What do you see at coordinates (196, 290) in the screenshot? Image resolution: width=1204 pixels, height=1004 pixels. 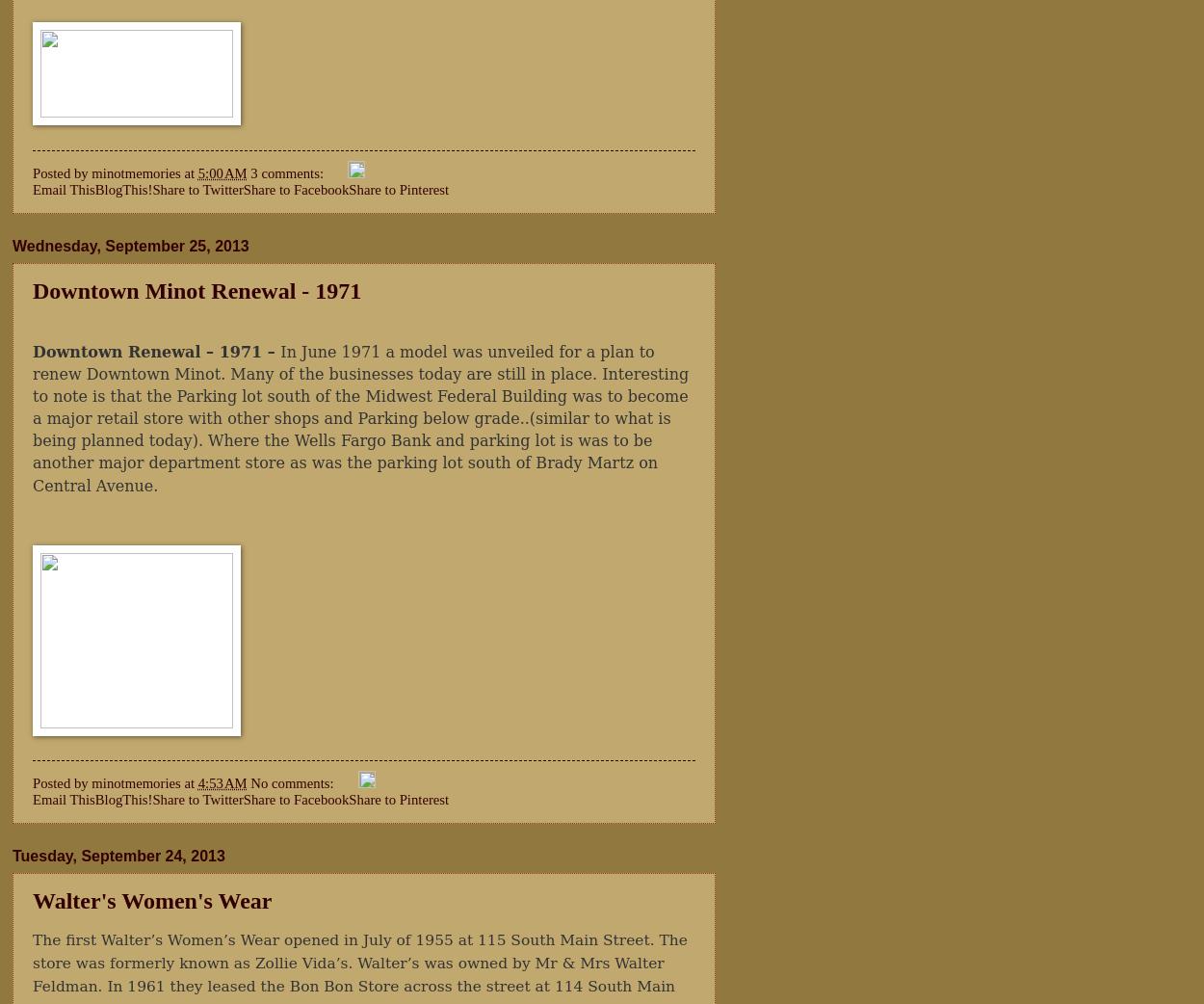 I see `'Downtown Minot Renewal - 1971'` at bounding box center [196, 290].